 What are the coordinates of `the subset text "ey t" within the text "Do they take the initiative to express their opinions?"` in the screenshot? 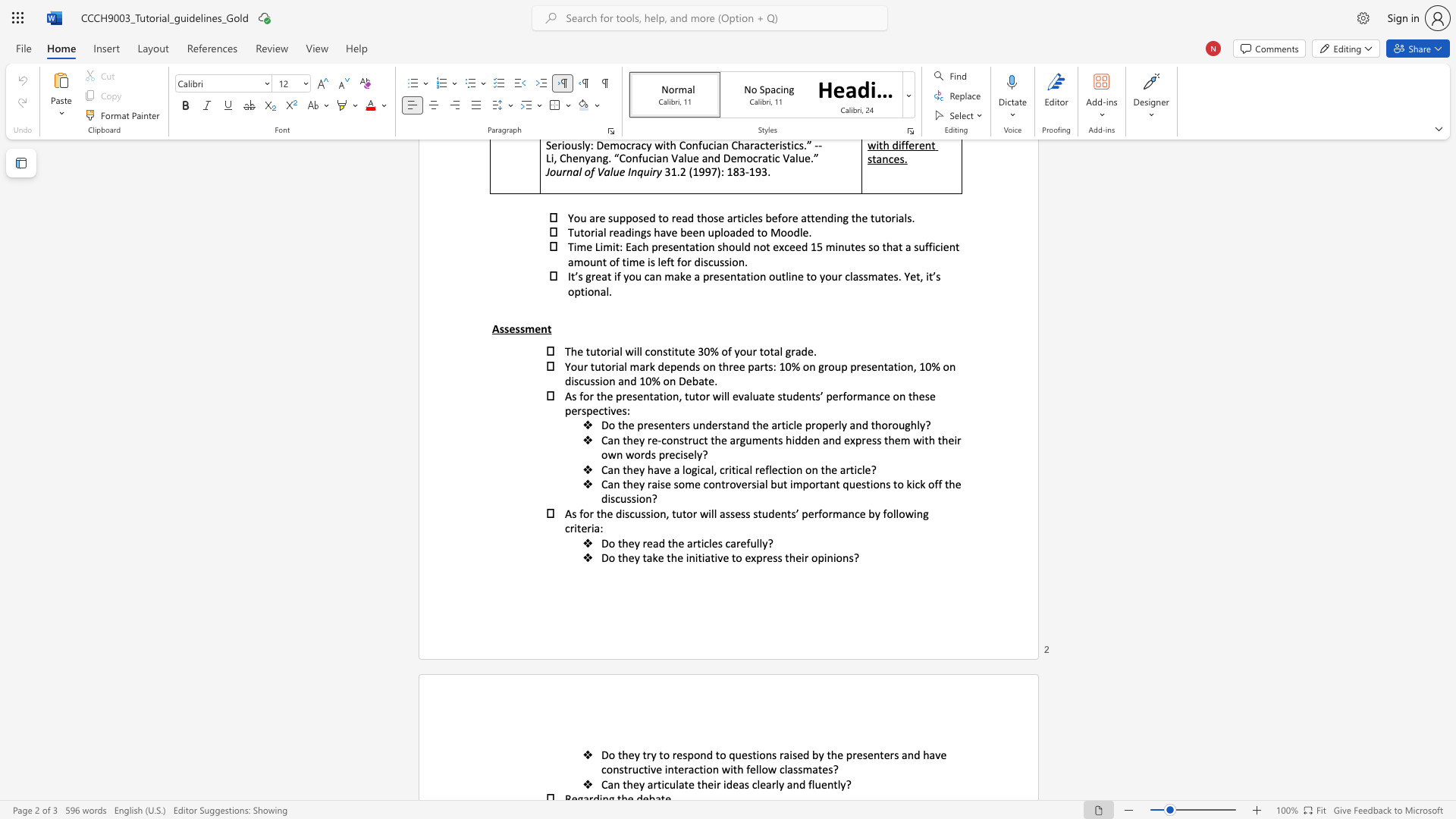 It's located at (628, 557).